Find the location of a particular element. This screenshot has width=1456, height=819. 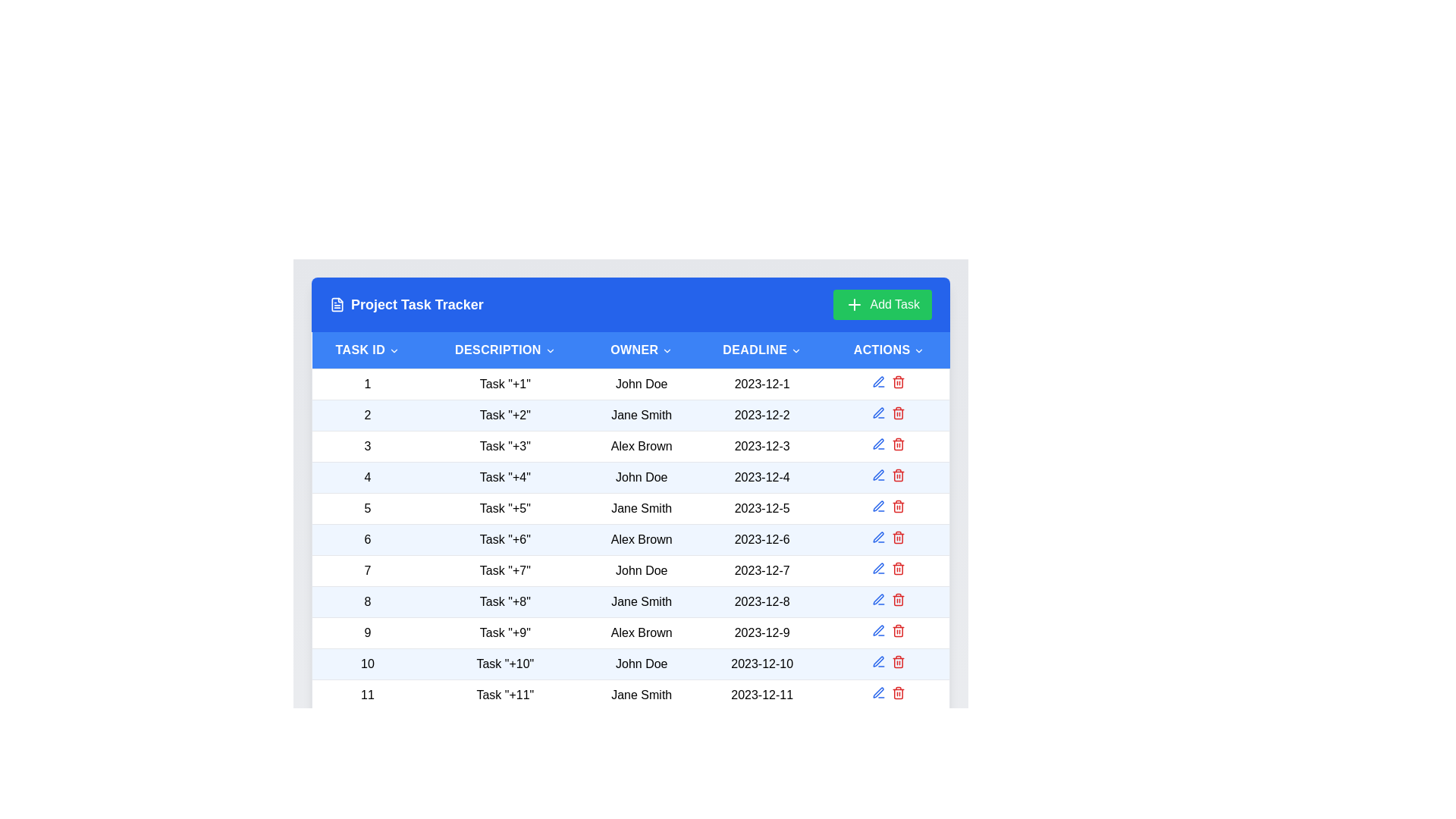

'Add Task' button to initiate the task addition process is located at coordinates (882, 304).